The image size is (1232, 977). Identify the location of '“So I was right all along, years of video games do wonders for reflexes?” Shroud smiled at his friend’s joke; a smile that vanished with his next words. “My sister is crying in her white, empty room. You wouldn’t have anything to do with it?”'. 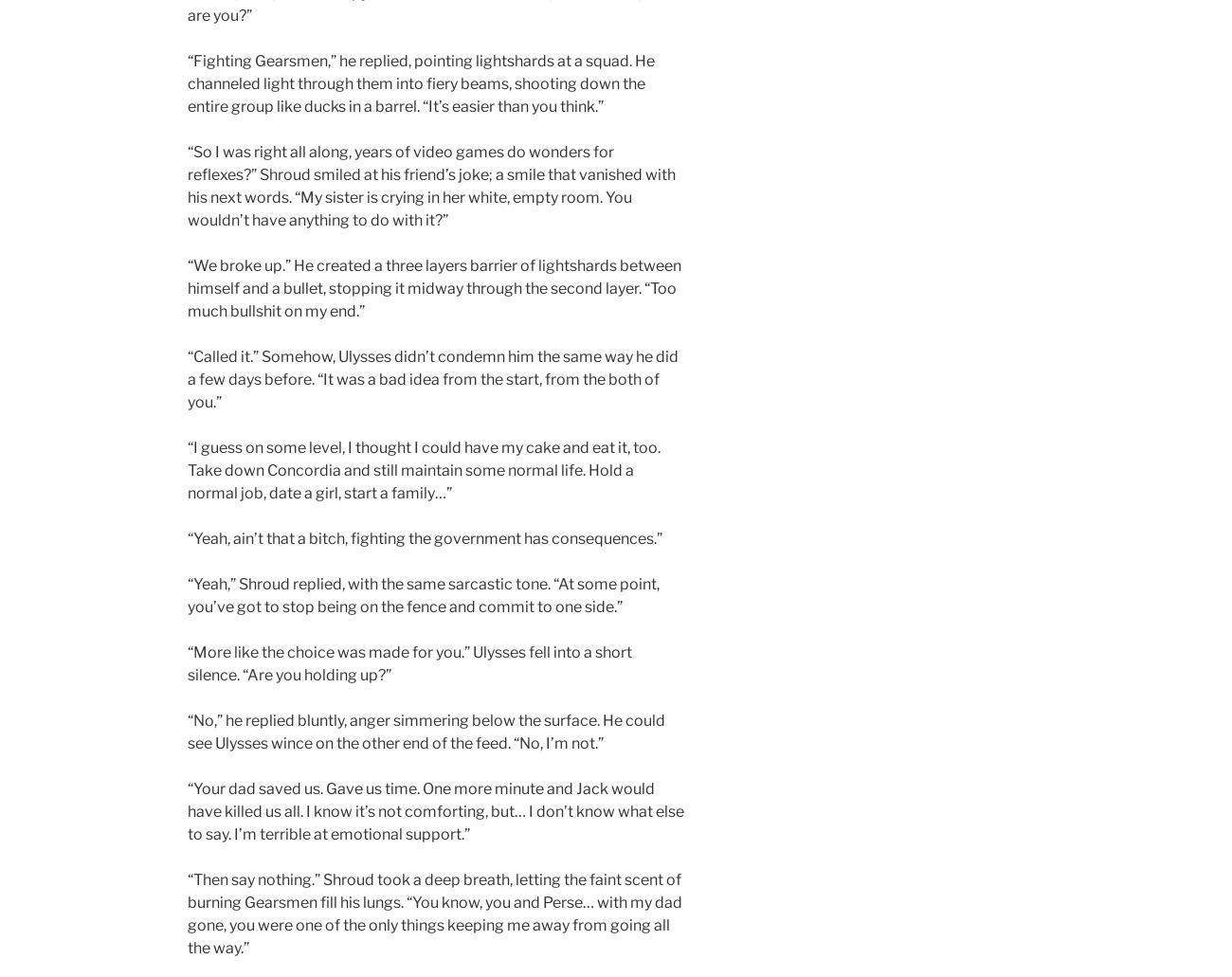
(187, 185).